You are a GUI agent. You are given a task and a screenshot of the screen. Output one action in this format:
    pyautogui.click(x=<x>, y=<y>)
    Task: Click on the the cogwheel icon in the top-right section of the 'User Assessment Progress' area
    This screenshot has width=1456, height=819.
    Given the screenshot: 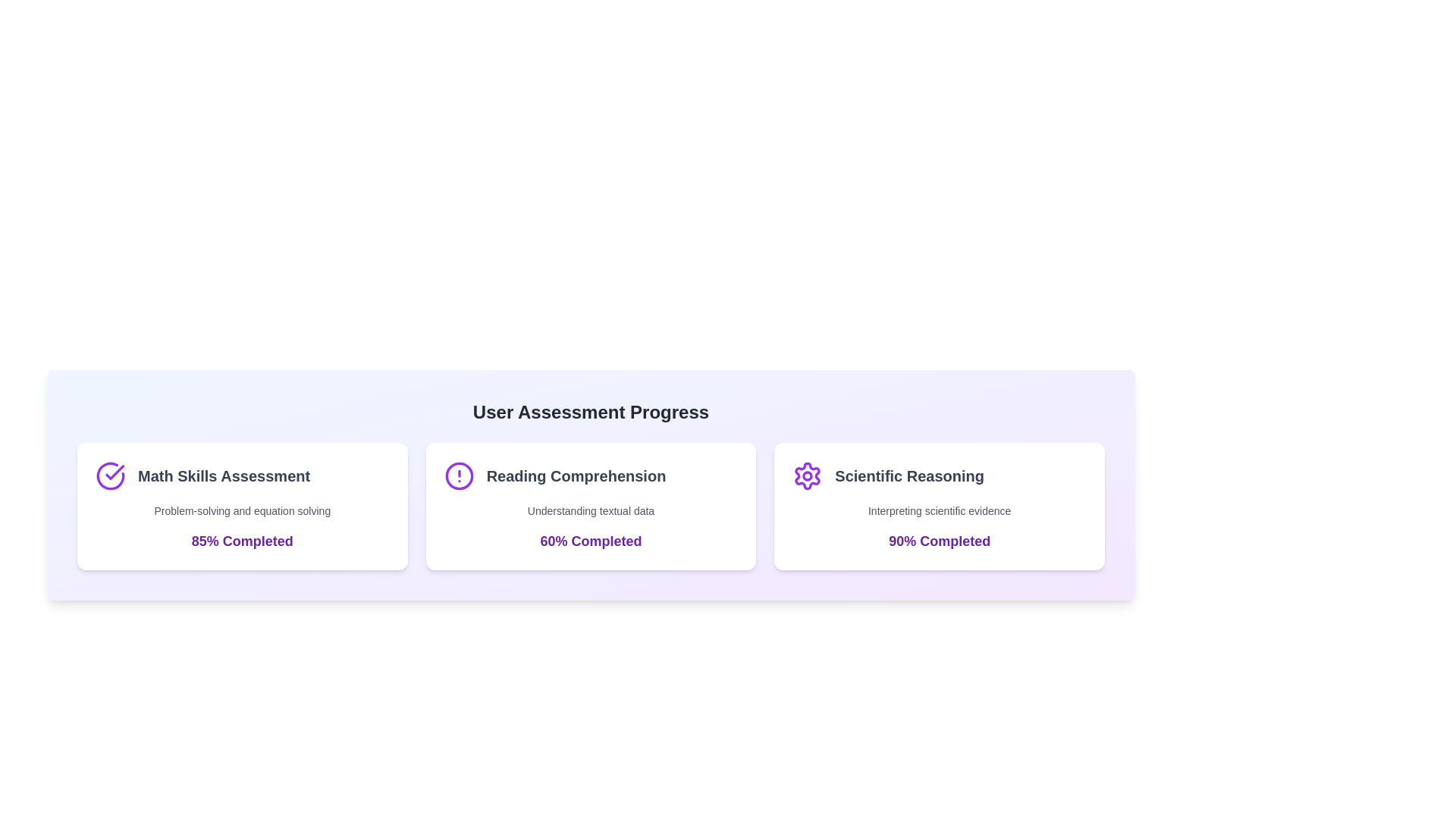 What is the action you would take?
    pyautogui.click(x=807, y=475)
    